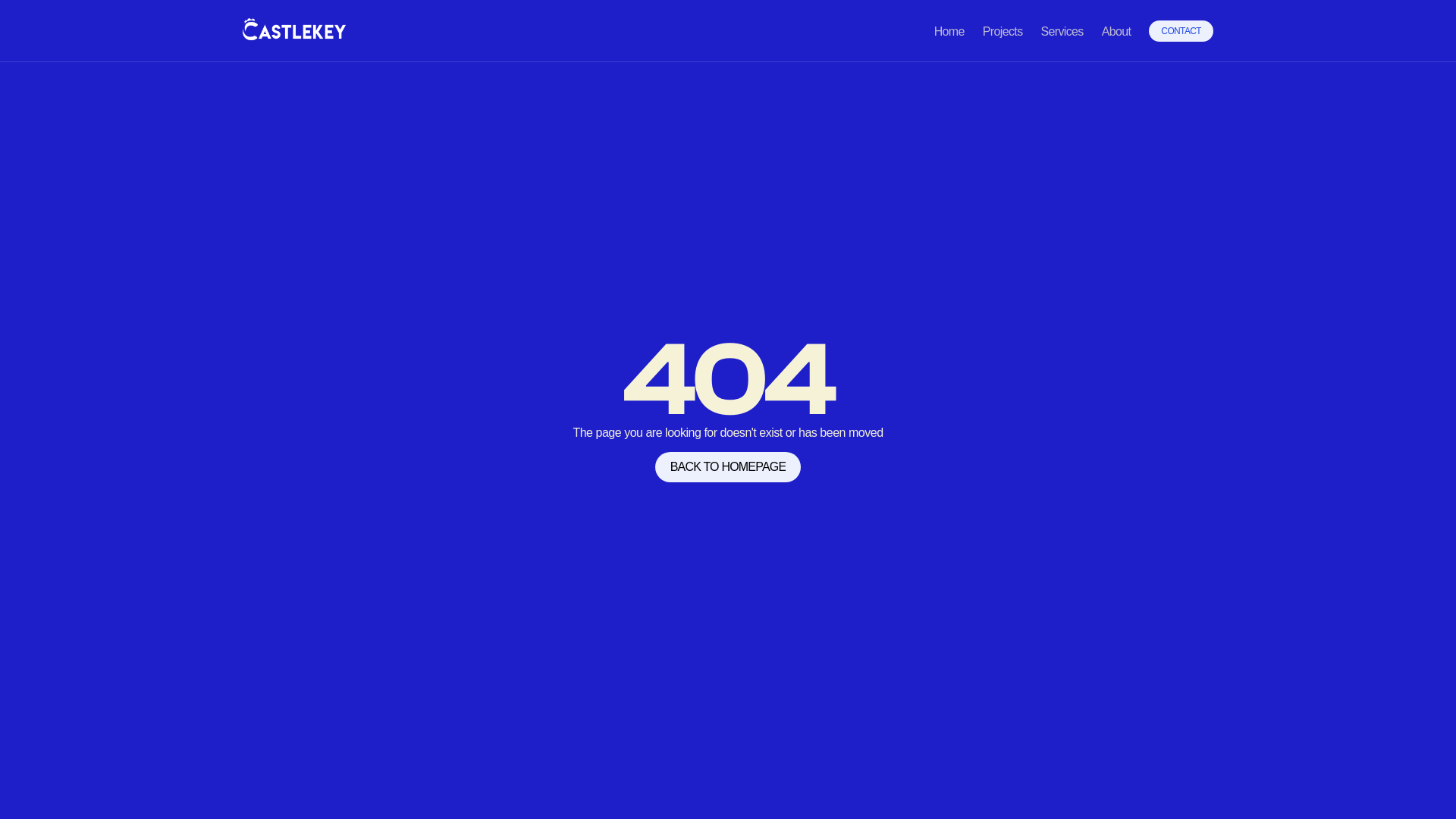 The width and height of the screenshot is (1456, 819). I want to click on 'CONTACT', so click(1149, 31).